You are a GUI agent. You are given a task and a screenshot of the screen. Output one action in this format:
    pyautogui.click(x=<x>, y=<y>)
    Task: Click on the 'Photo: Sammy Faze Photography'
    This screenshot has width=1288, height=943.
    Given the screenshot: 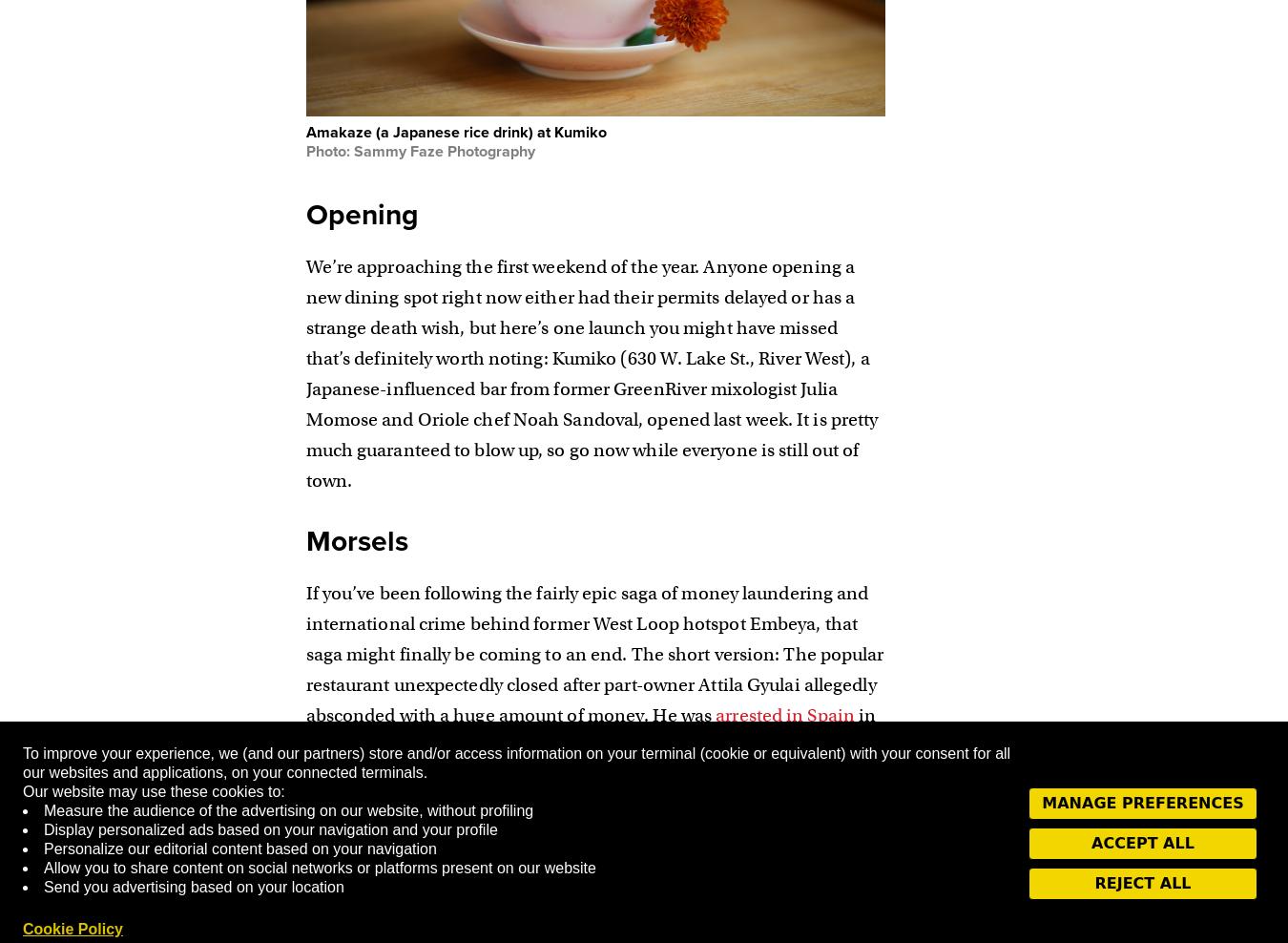 What is the action you would take?
    pyautogui.click(x=419, y=149)
    